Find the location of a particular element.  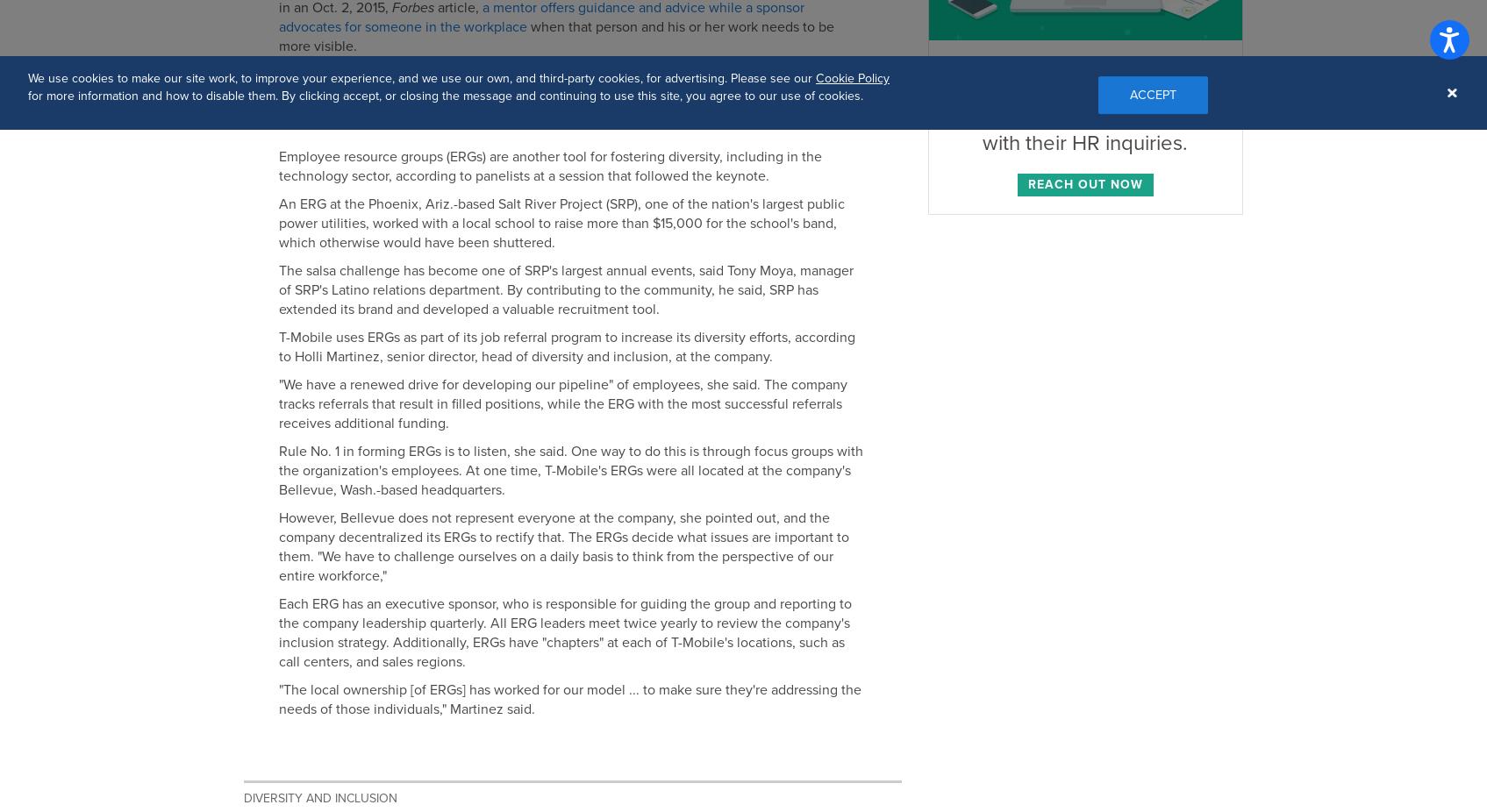

'Employee resource groups (ERGs) are another tool for fostering diversity, including in the technology sector, according to panelists at a session that followed the keynote.' is located at coordinates (548, 166).